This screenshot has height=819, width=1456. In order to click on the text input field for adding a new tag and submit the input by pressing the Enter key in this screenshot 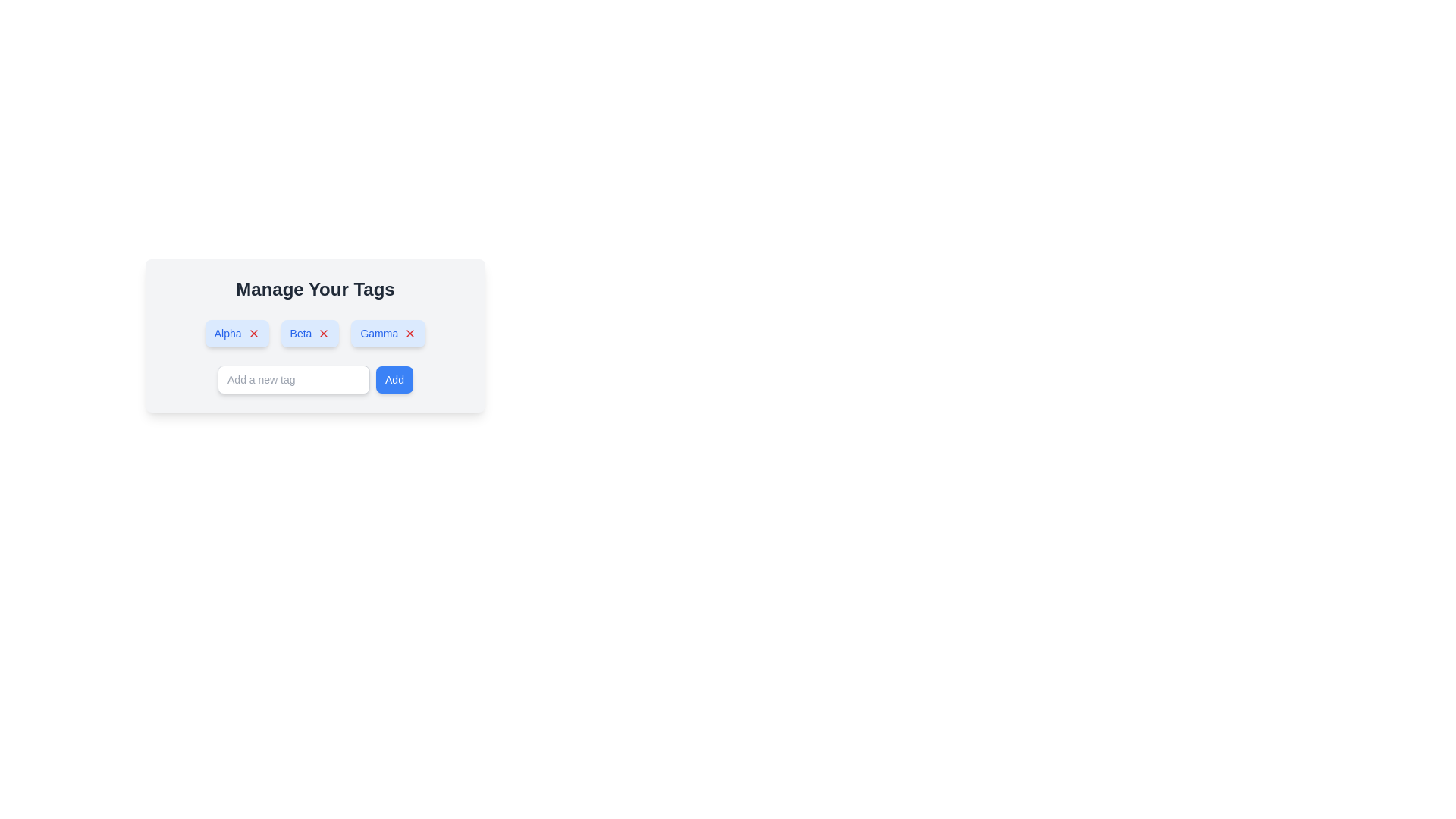, I will do `click(315, 379)`.